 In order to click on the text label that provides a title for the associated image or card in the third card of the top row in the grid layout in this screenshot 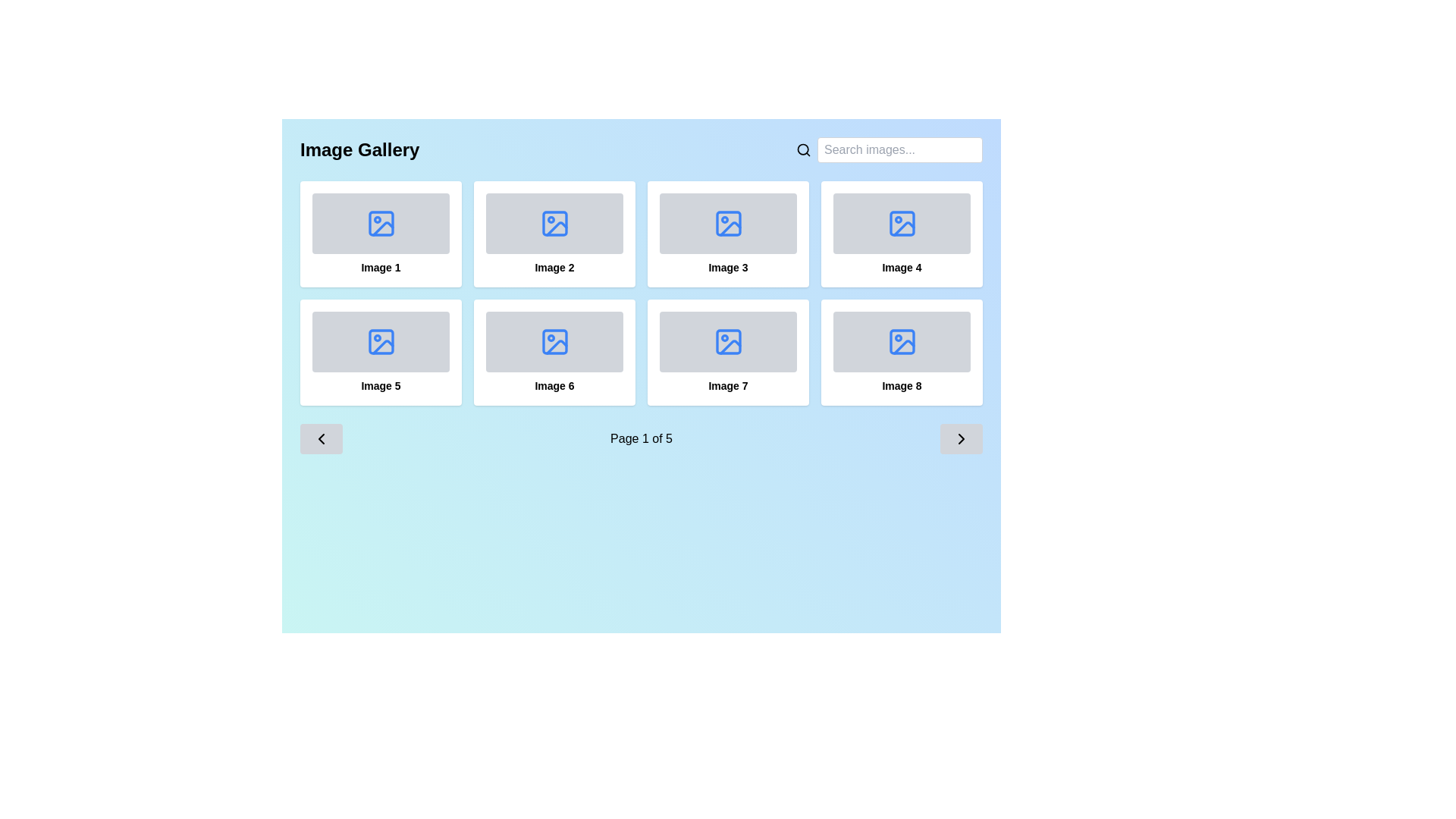, I will do `click(728, 267)`.